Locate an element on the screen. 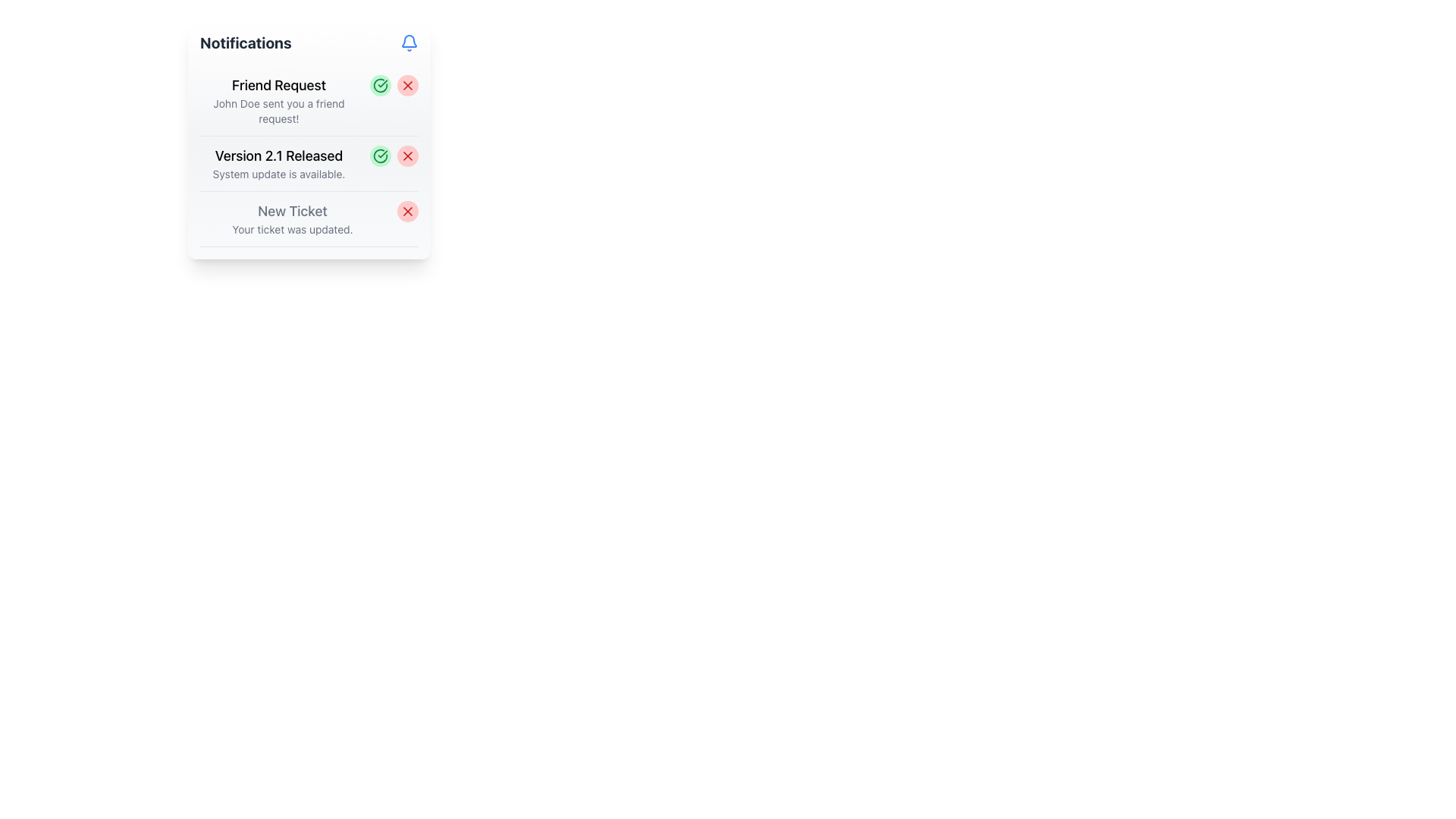  the dismiss button located in the top-right corner of the 'Friend Request' notification to observe interactive changes is located at coordinates (407, 85).